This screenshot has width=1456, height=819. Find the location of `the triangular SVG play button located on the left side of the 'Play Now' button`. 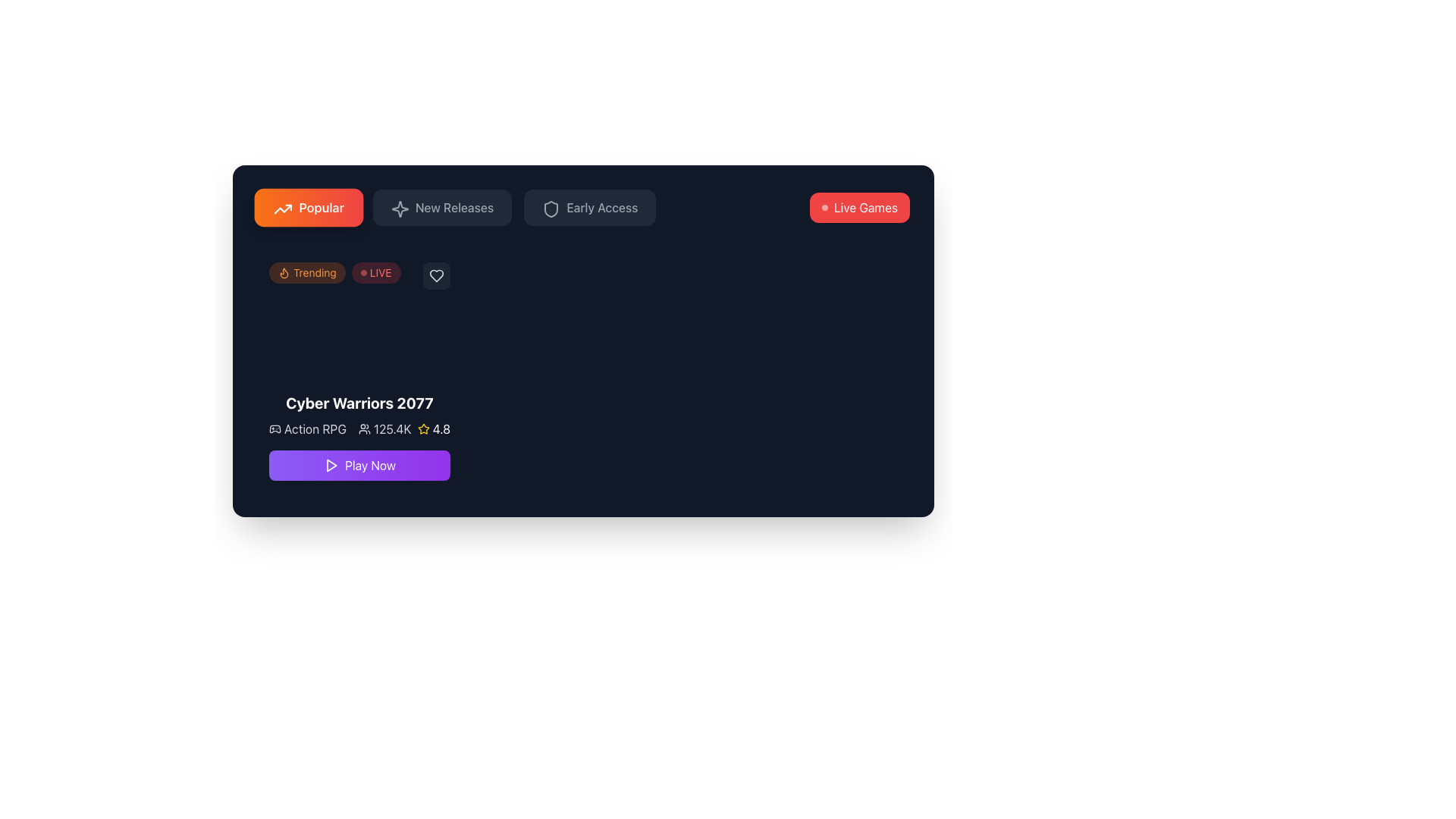

the triangular SVG play button located on the left side of the 'Play Now' button is located at coordinates (330, 464).